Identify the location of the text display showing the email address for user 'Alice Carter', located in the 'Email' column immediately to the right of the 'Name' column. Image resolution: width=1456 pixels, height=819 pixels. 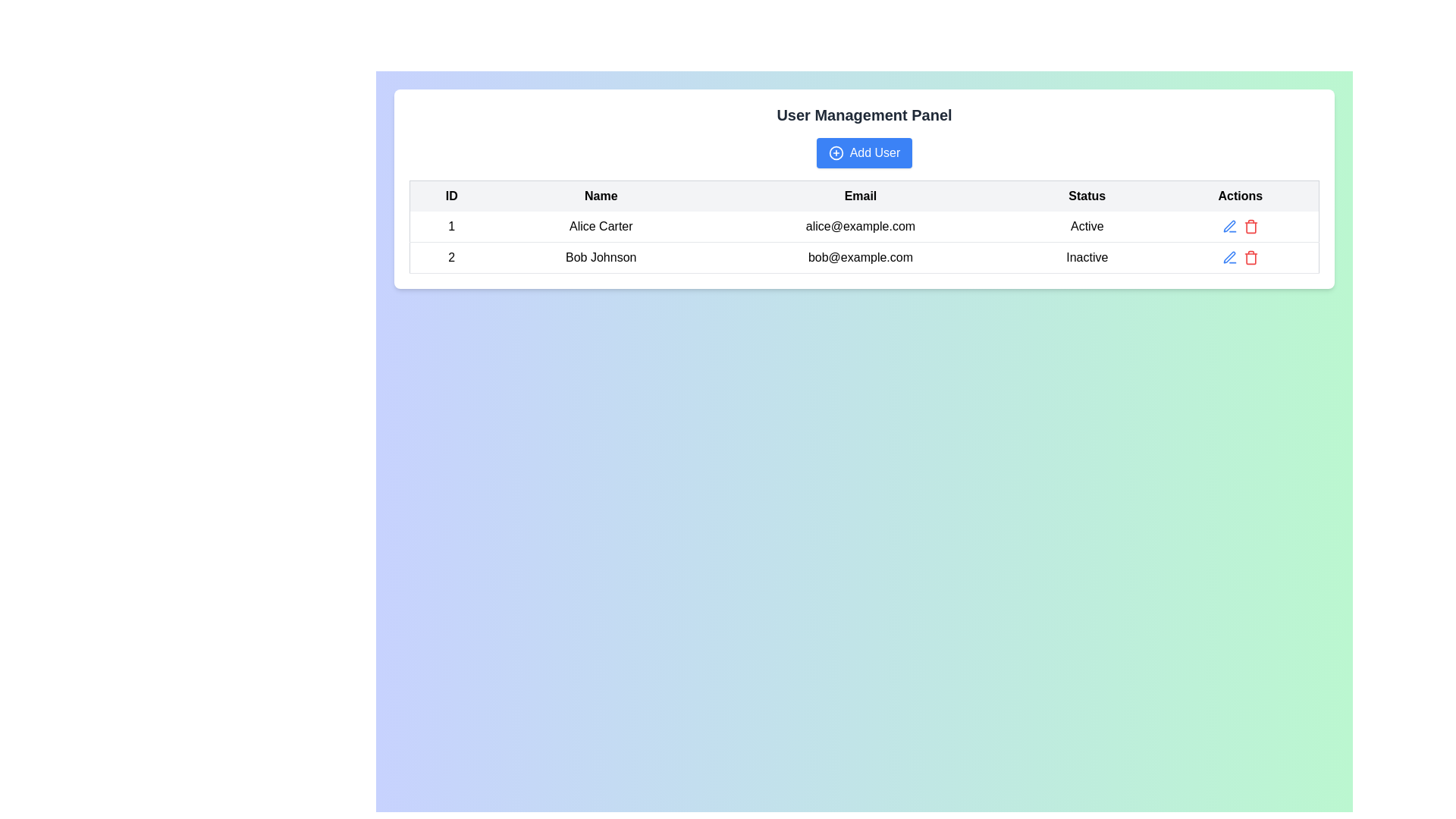
(860, 227).